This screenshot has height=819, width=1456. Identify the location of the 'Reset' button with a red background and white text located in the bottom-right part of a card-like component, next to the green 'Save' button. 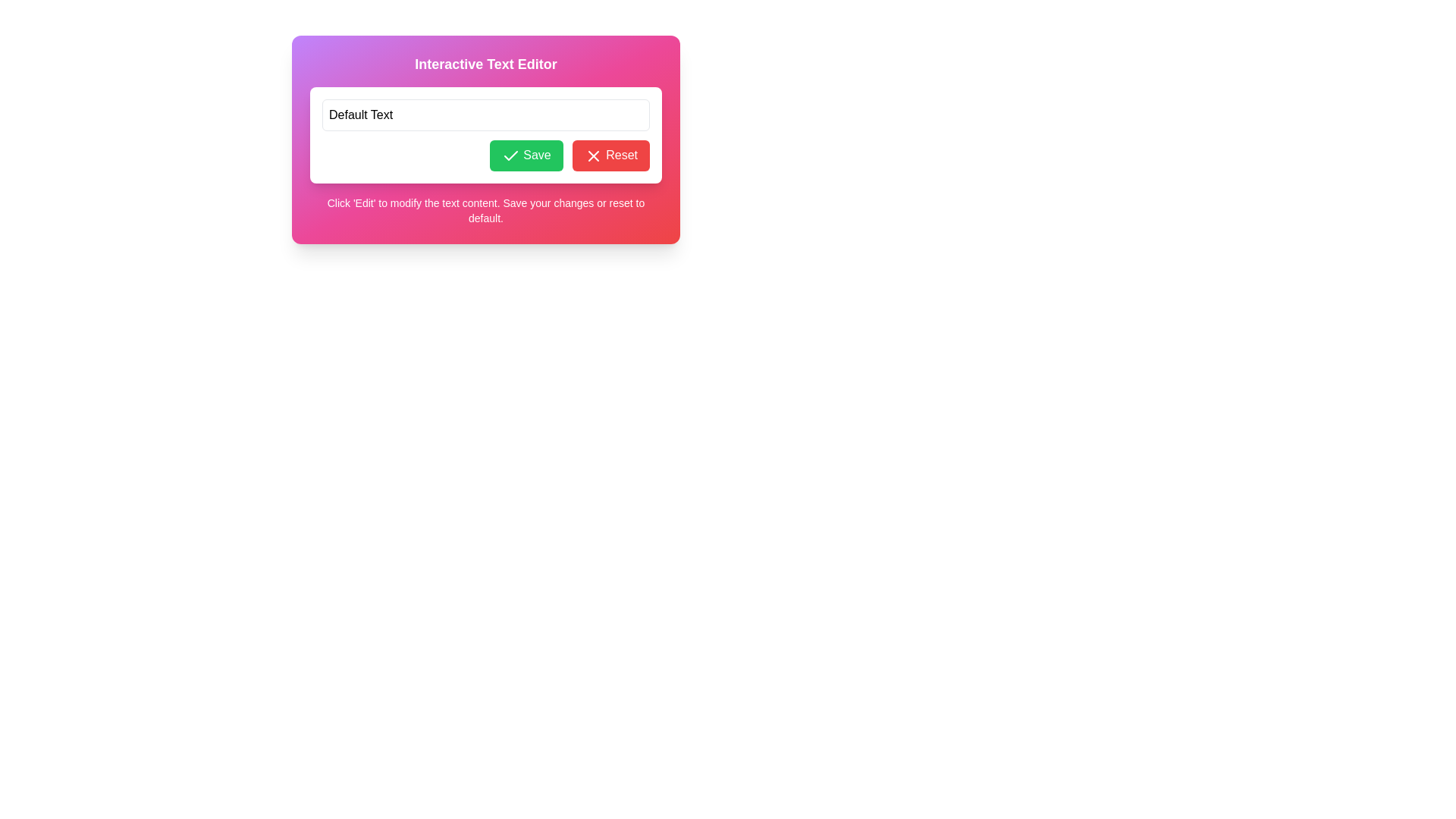
(610, 155).